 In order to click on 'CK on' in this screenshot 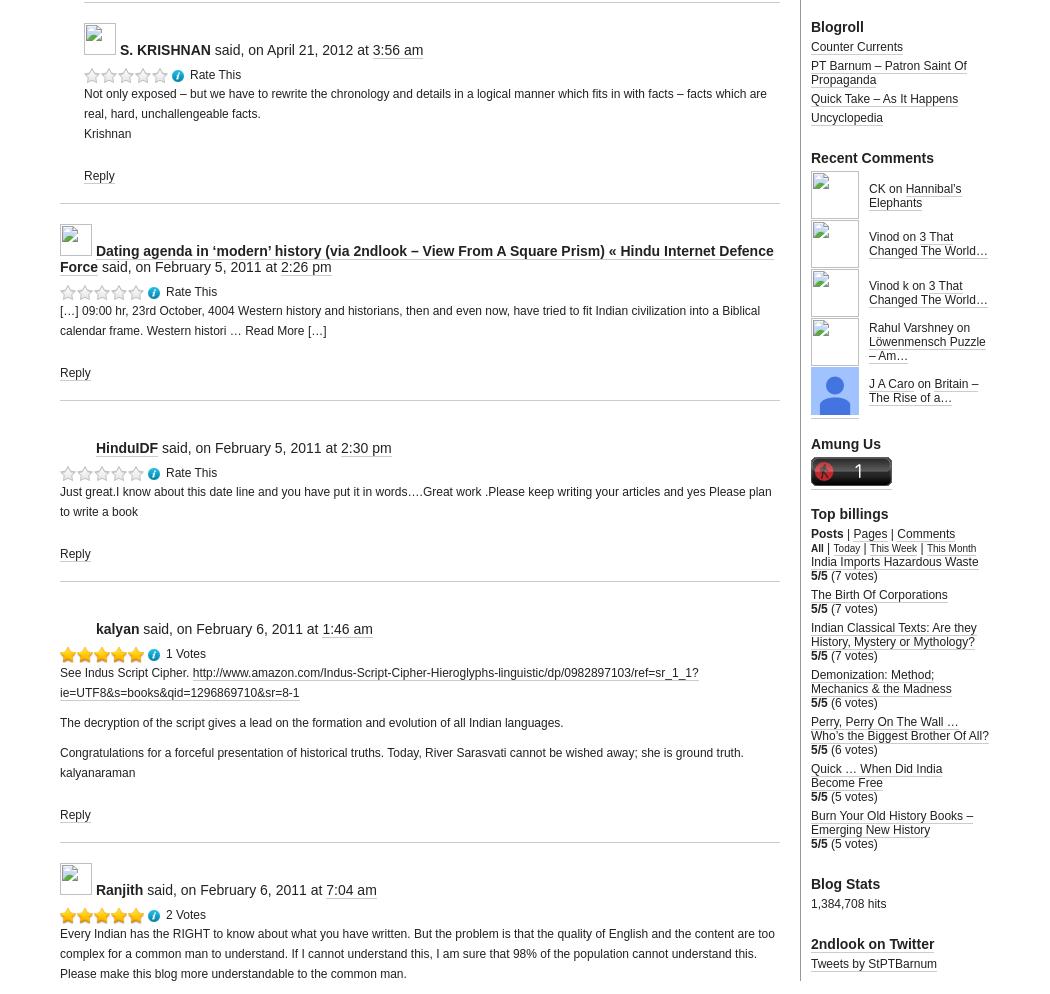, I will do `click(867, 186)`.